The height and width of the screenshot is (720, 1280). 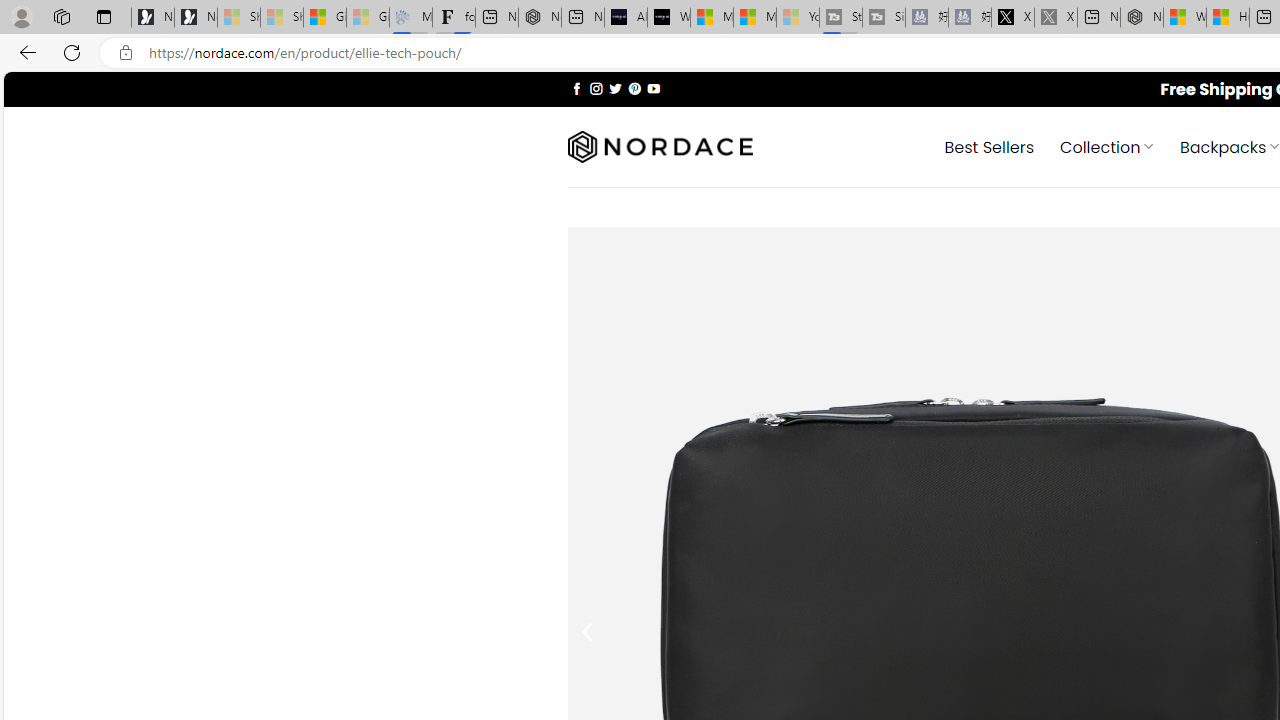 What do you see at coordinates (990, 145) in the screenshot?
I see `' Best Sellers'` at bounding box center [990, 145].